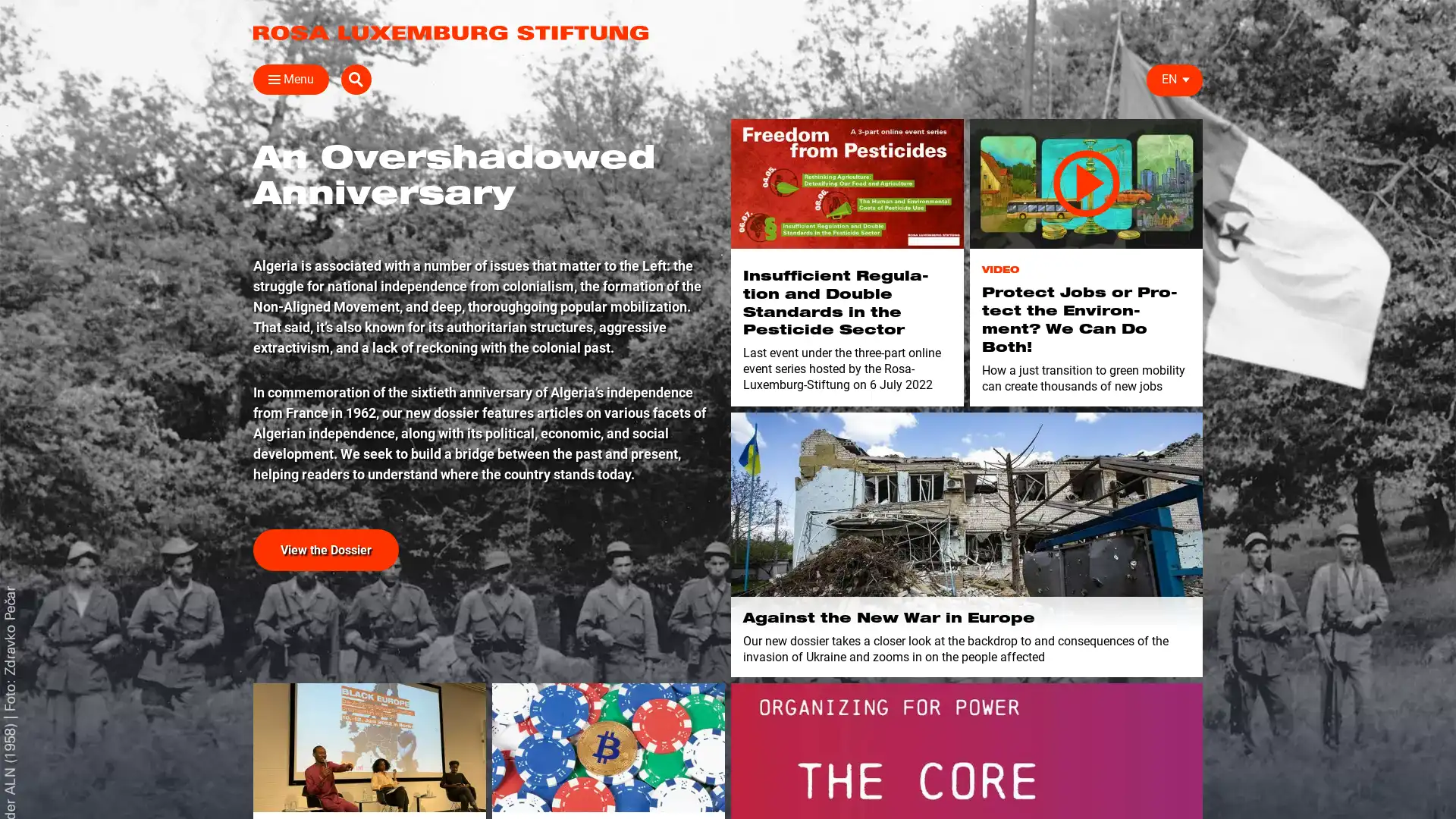 Image resolution: width=1456 pixels, height=819 pixels. I want to click on Show more / less, so click(483, 275).